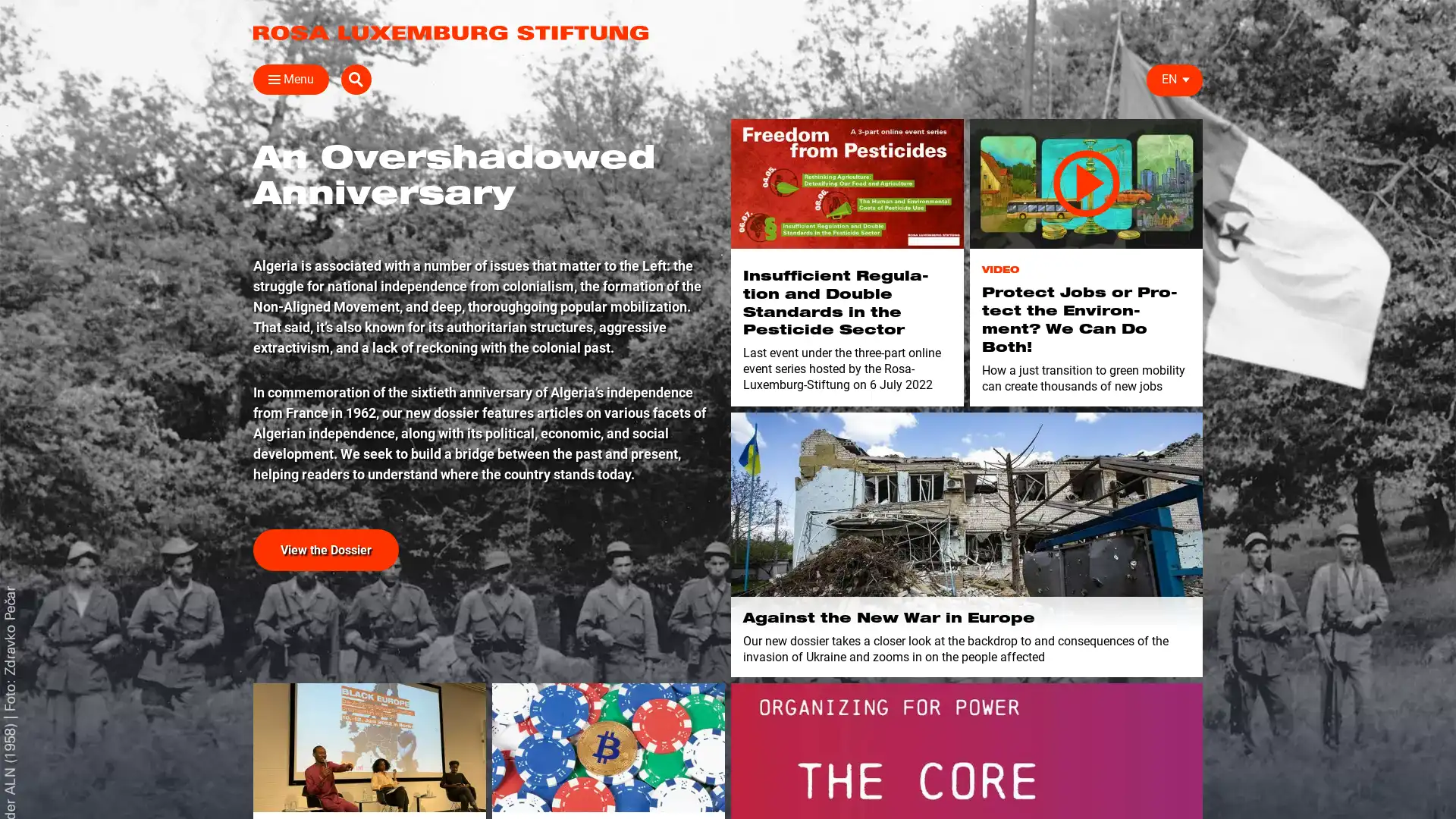 Image resolution: width=1456 pixels, height=819 pixels. I want to click on Show more / less, so click(483, 275).